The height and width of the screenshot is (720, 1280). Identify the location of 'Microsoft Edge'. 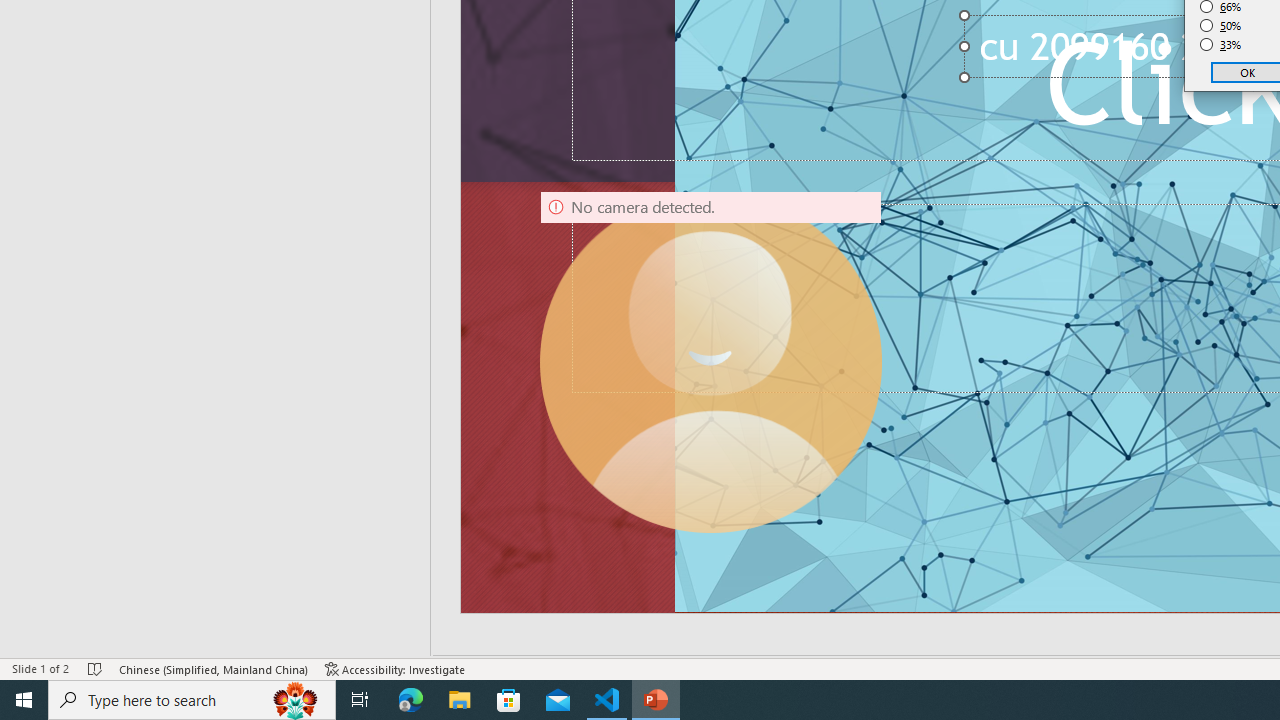
(410, 698).